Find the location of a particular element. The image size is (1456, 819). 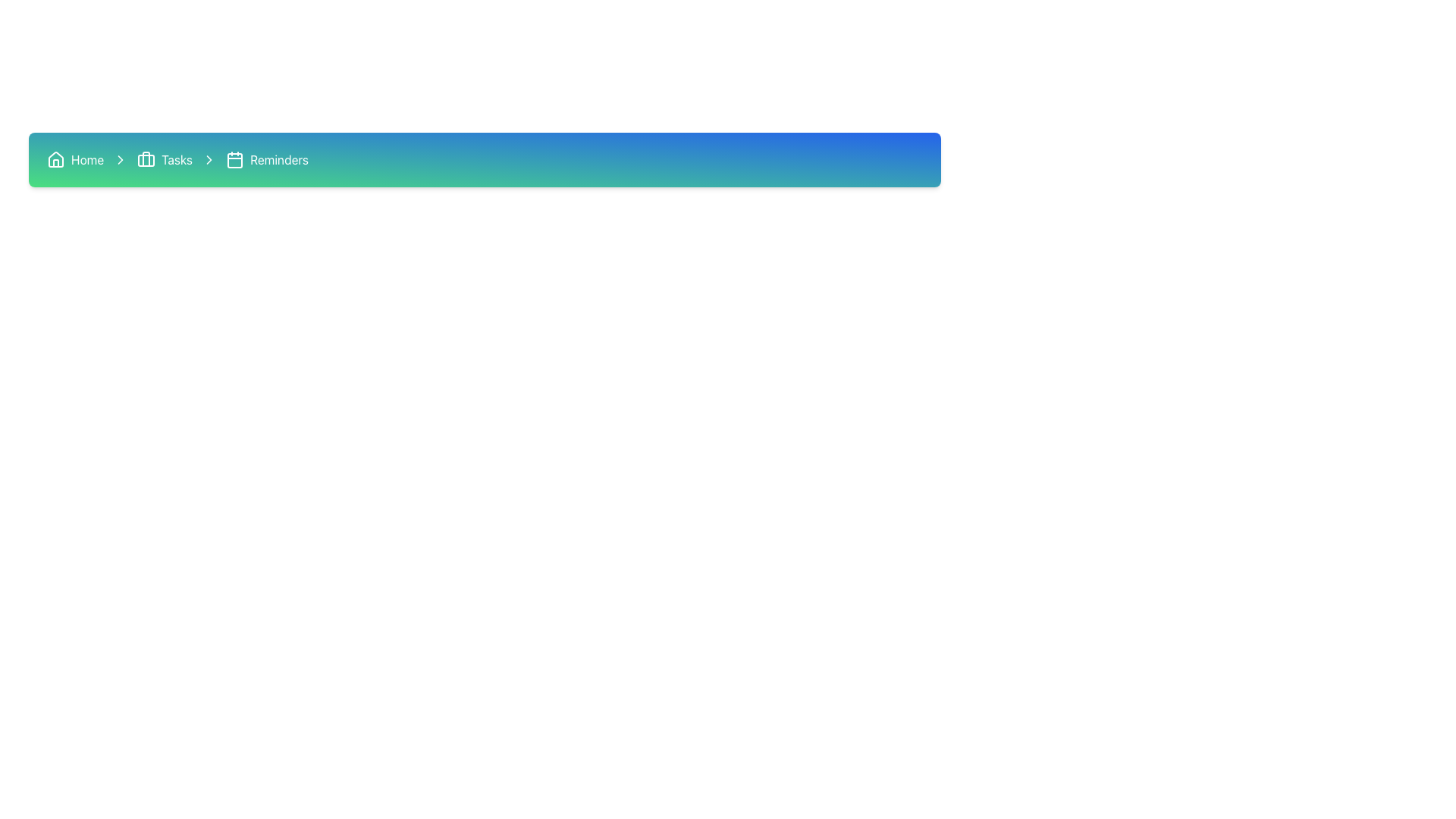

the text label displaying 'Tasks' in the breadcrumb navigation bar, which is styled in white against a gradient background, positioned between the briefcase icon and the text 'Reminders' is located at coordinates (177, 160).